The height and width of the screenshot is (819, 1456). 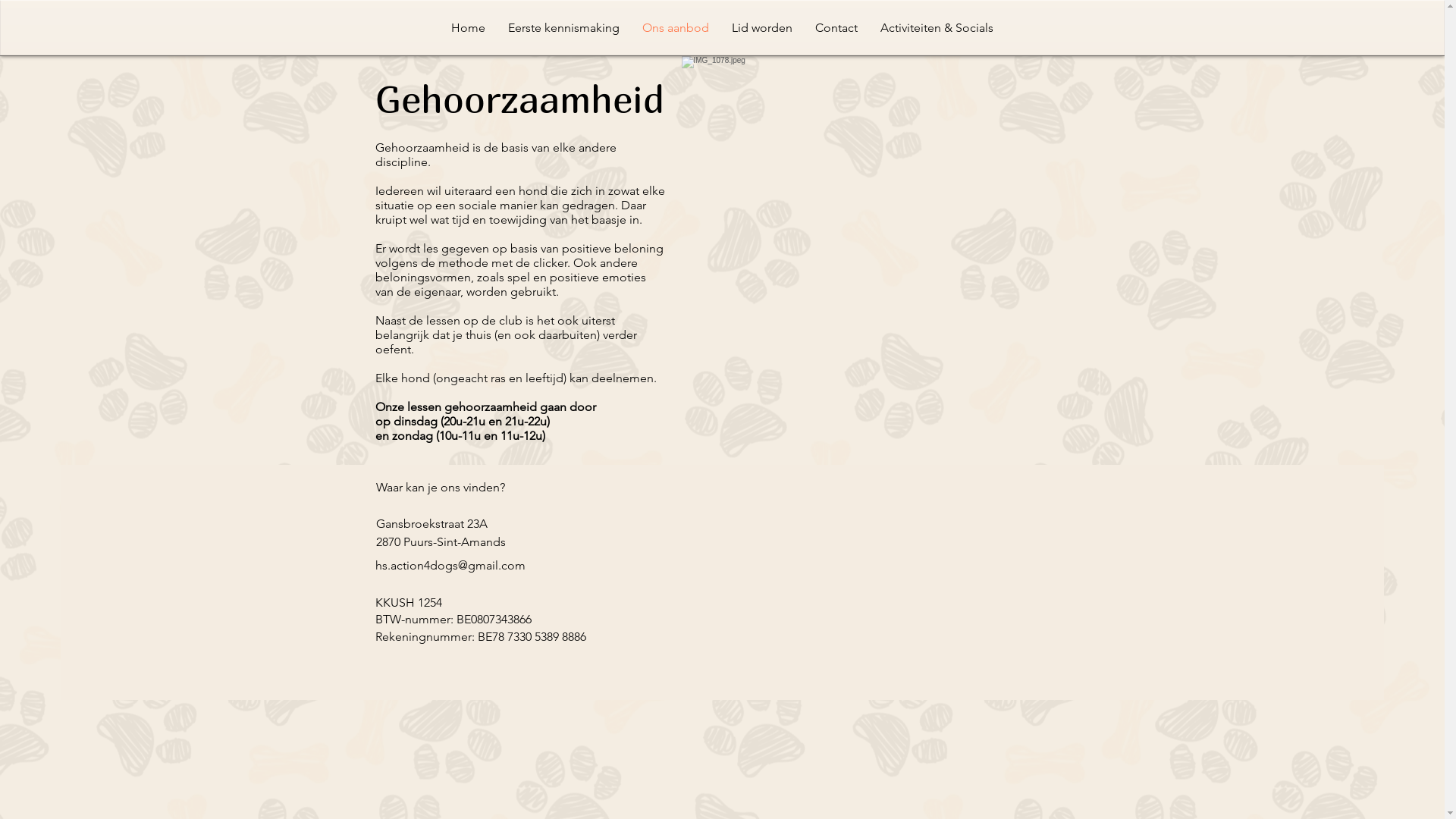 What do you see at coordinates (761, 28) in the screenshot?
I see `'Lid worden'` at bounding box center [761, 28].